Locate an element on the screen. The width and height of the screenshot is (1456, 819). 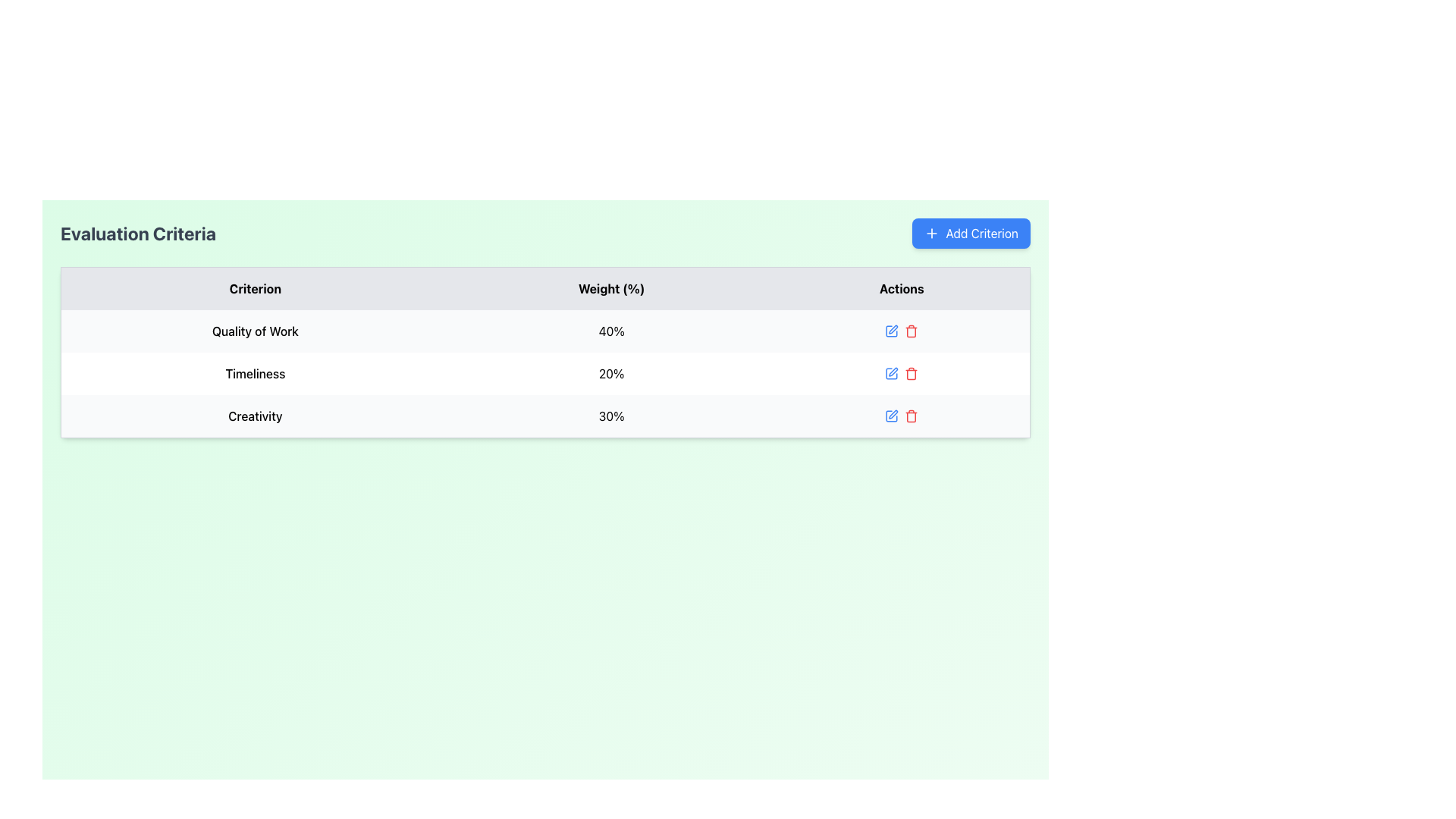
the edit icon represented by a blue pen in the 'Actions' column of the second row in the table is located at coordinates (892, 374).